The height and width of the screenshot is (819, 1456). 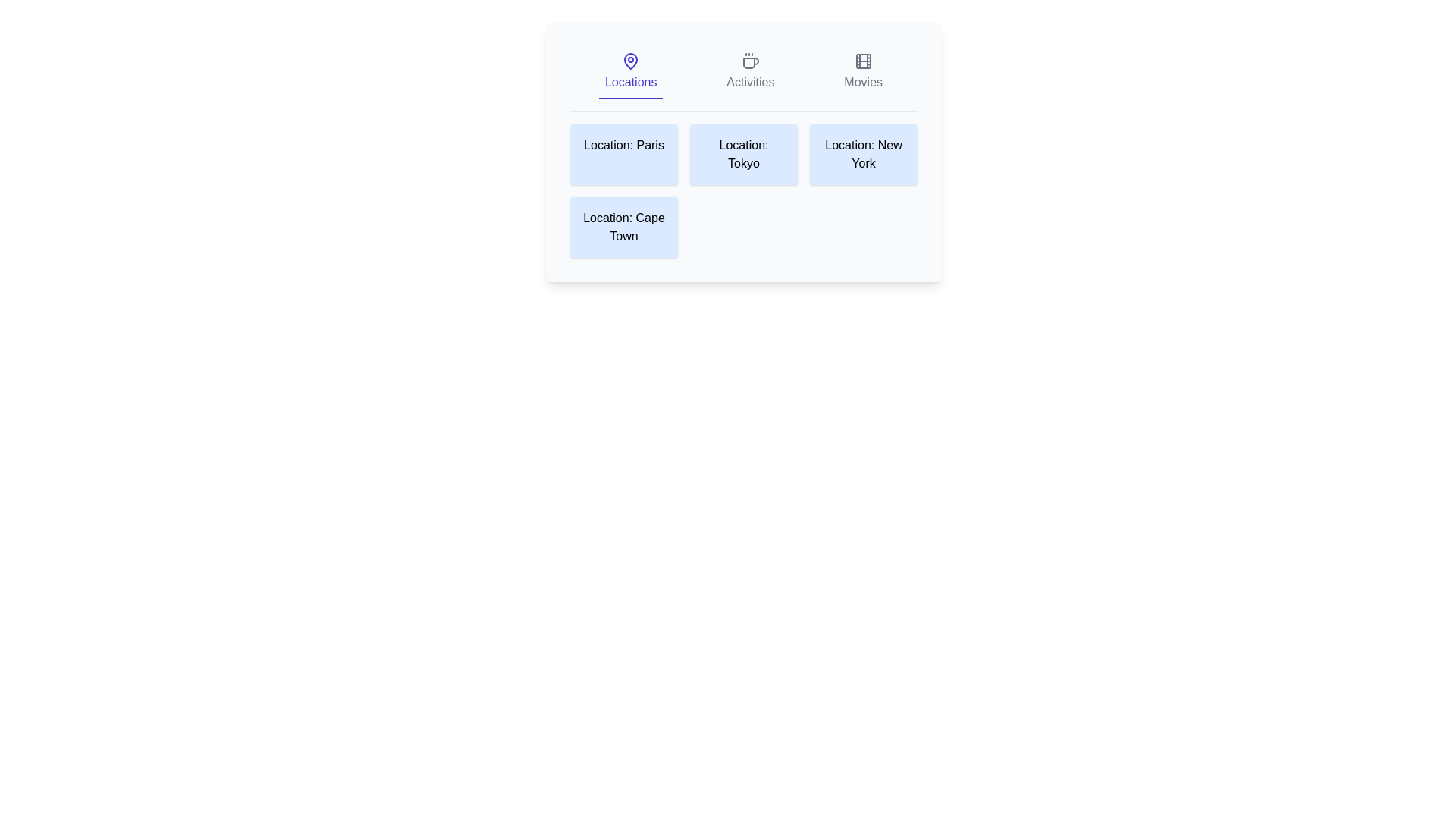 What do you see at coordinates (743, 155) in the screenshot?
I see `the tab or card labeled Location: Tokyo` at bounding box center [743, 155].